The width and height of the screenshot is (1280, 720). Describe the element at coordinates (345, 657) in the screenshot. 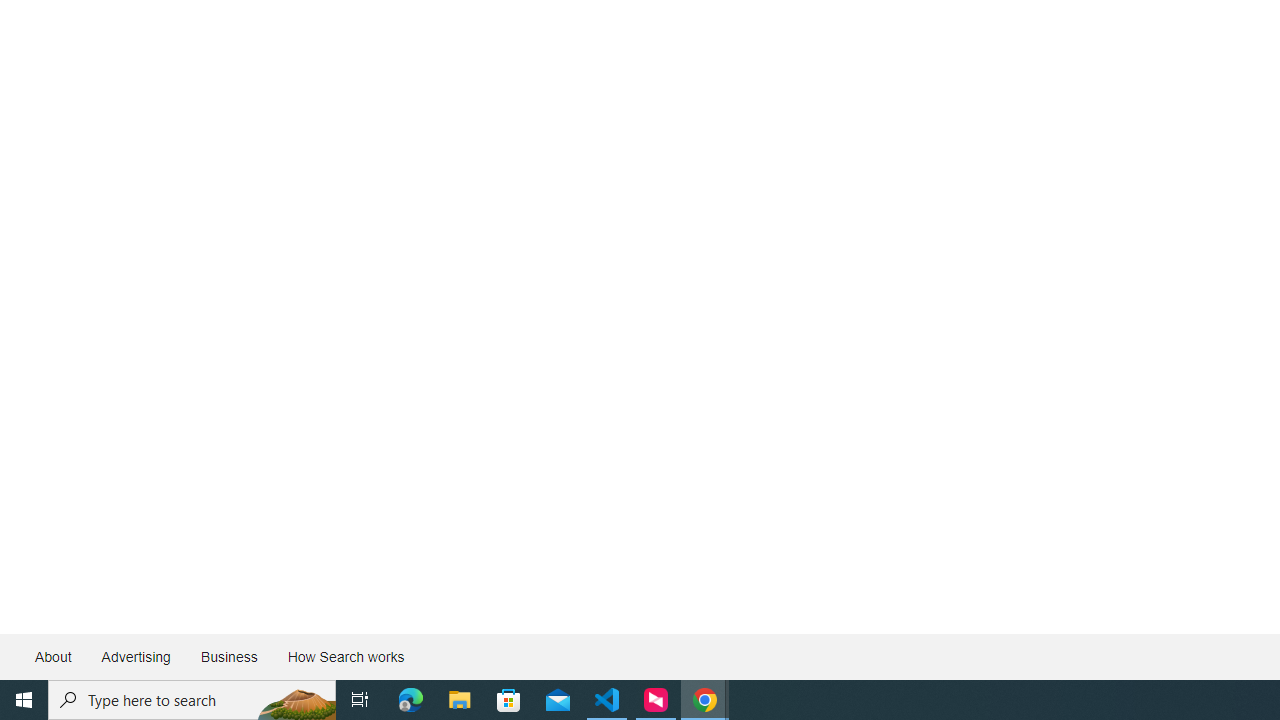

I see `'How Search works'` at that location.